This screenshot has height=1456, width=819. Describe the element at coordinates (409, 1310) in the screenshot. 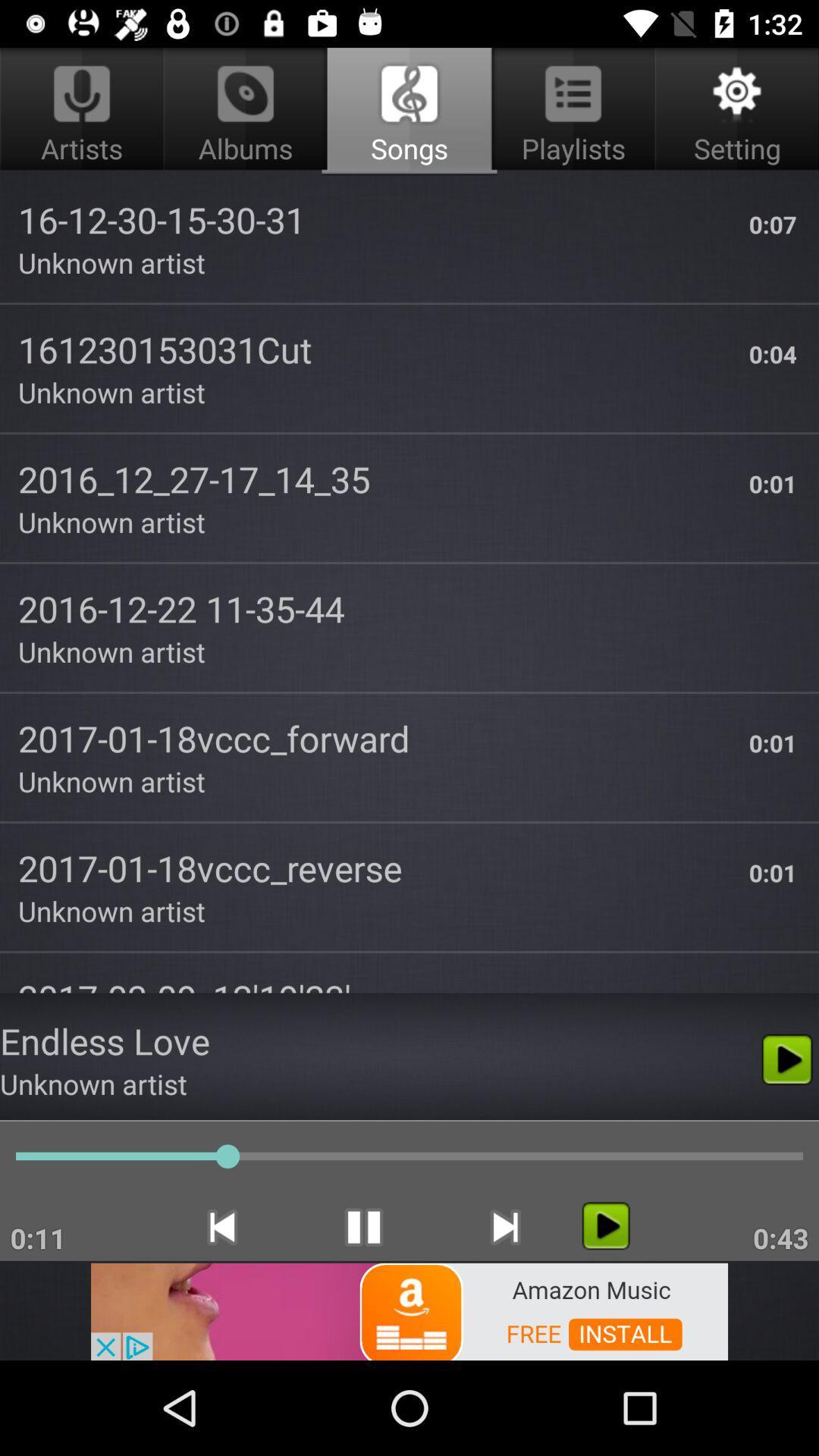

I see `open advertisement` at that location.